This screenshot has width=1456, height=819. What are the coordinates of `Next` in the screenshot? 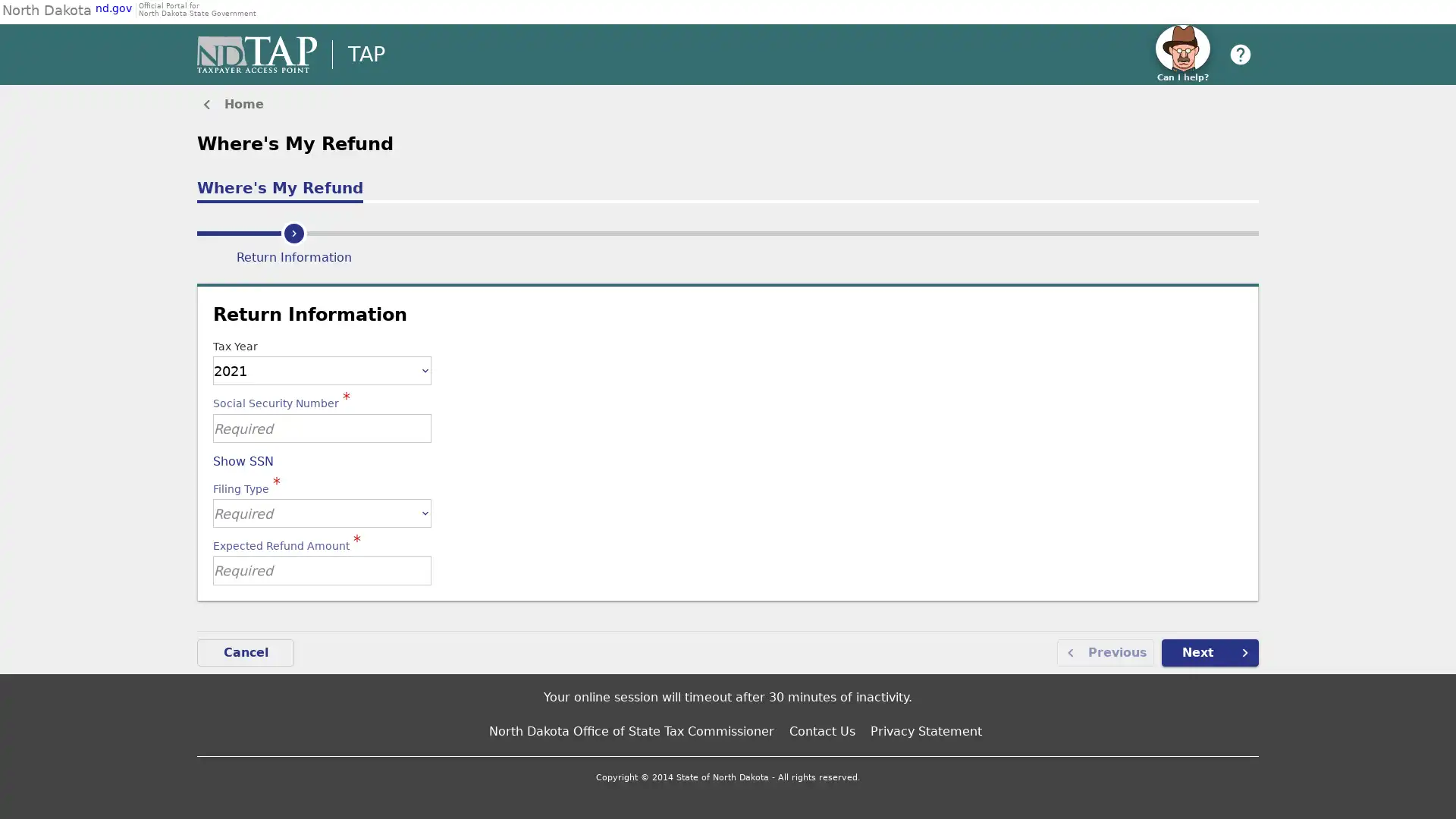 It's located at (1210, 651).